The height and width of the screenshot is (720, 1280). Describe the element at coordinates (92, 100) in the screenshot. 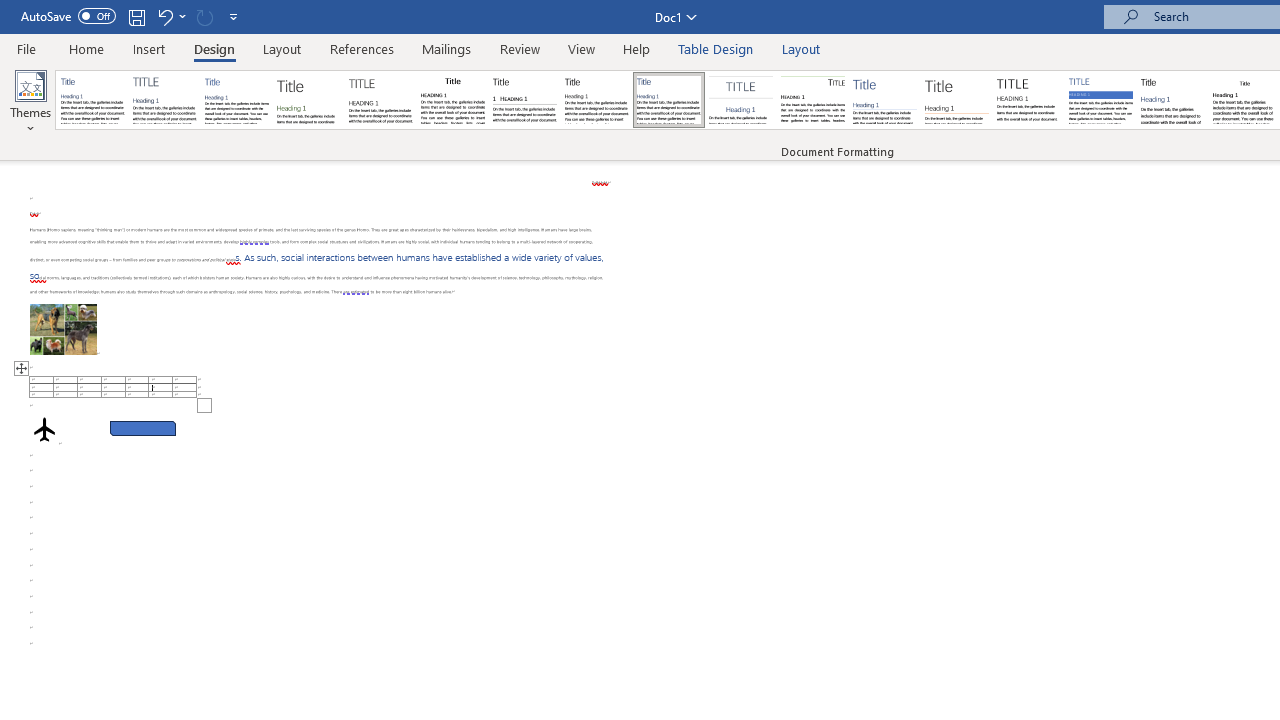

I see `'Document'` at that location.